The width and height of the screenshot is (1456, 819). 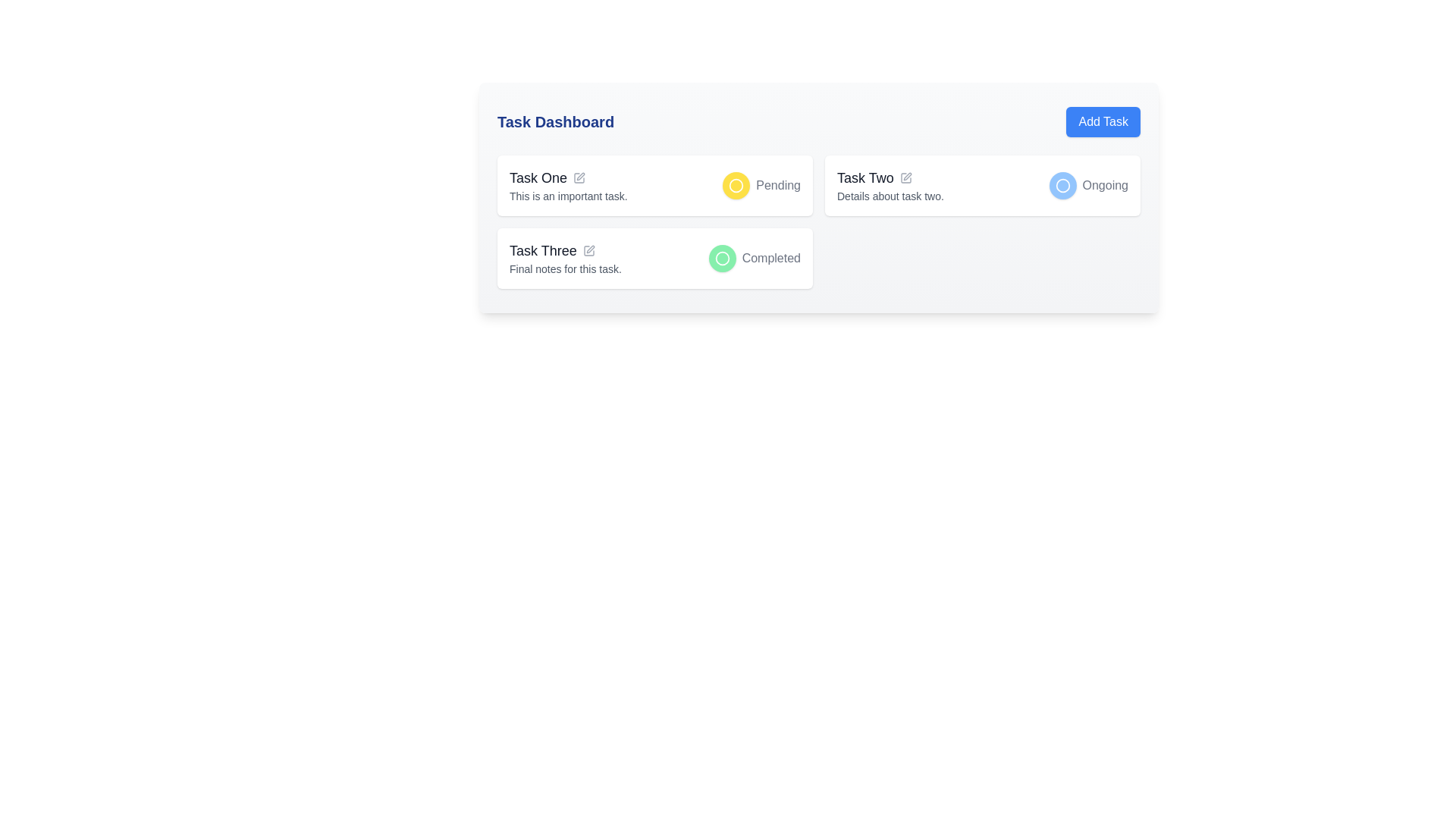 I want to click on the 'Task Three' text label that displays the task name in bold, large font, located at the top-left inside the task card layout, so click(x=543, y=250).